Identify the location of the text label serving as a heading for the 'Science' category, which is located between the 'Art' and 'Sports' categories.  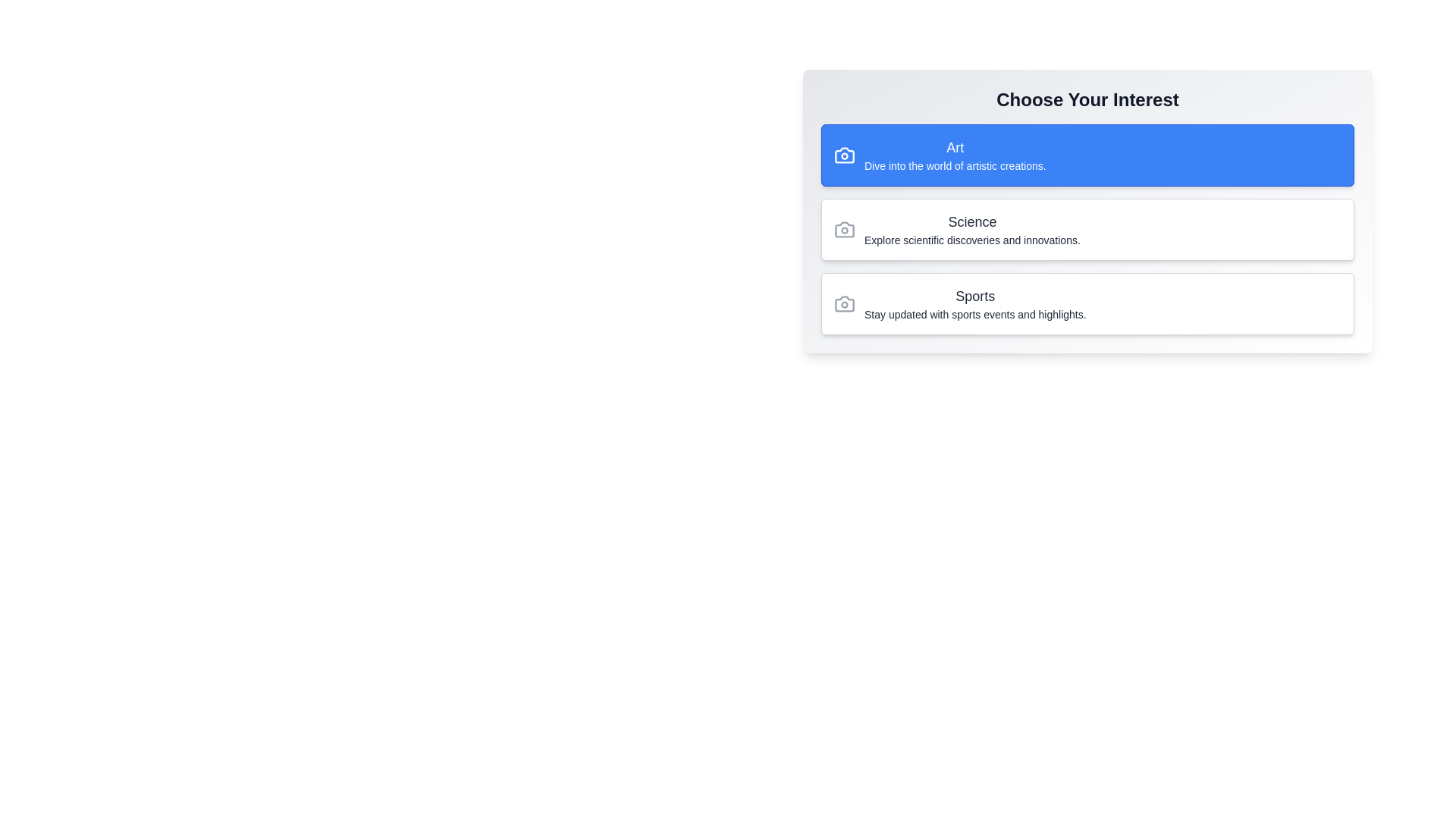
(972, 222).